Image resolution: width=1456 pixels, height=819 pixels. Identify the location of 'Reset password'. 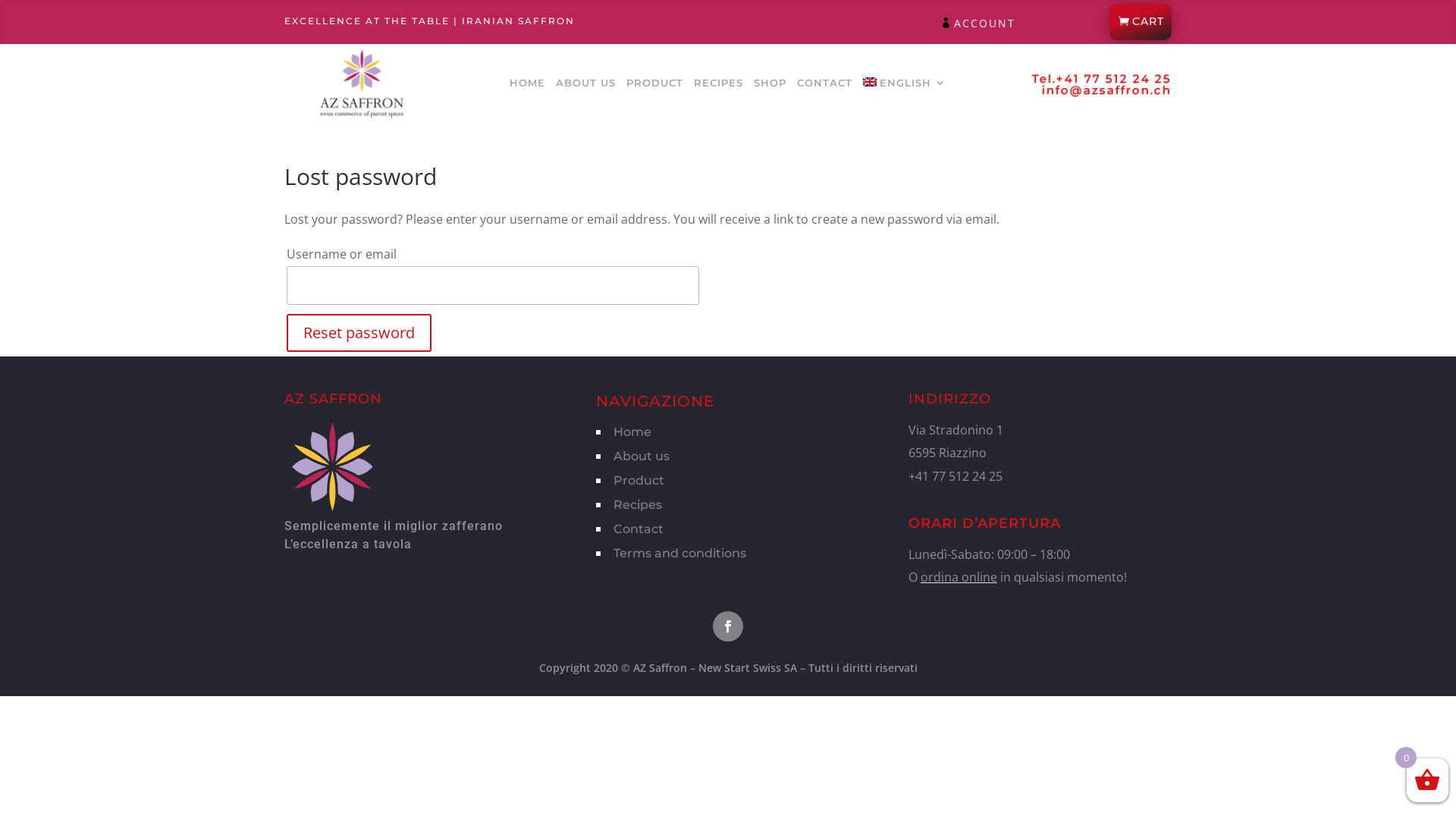
(358, 332).